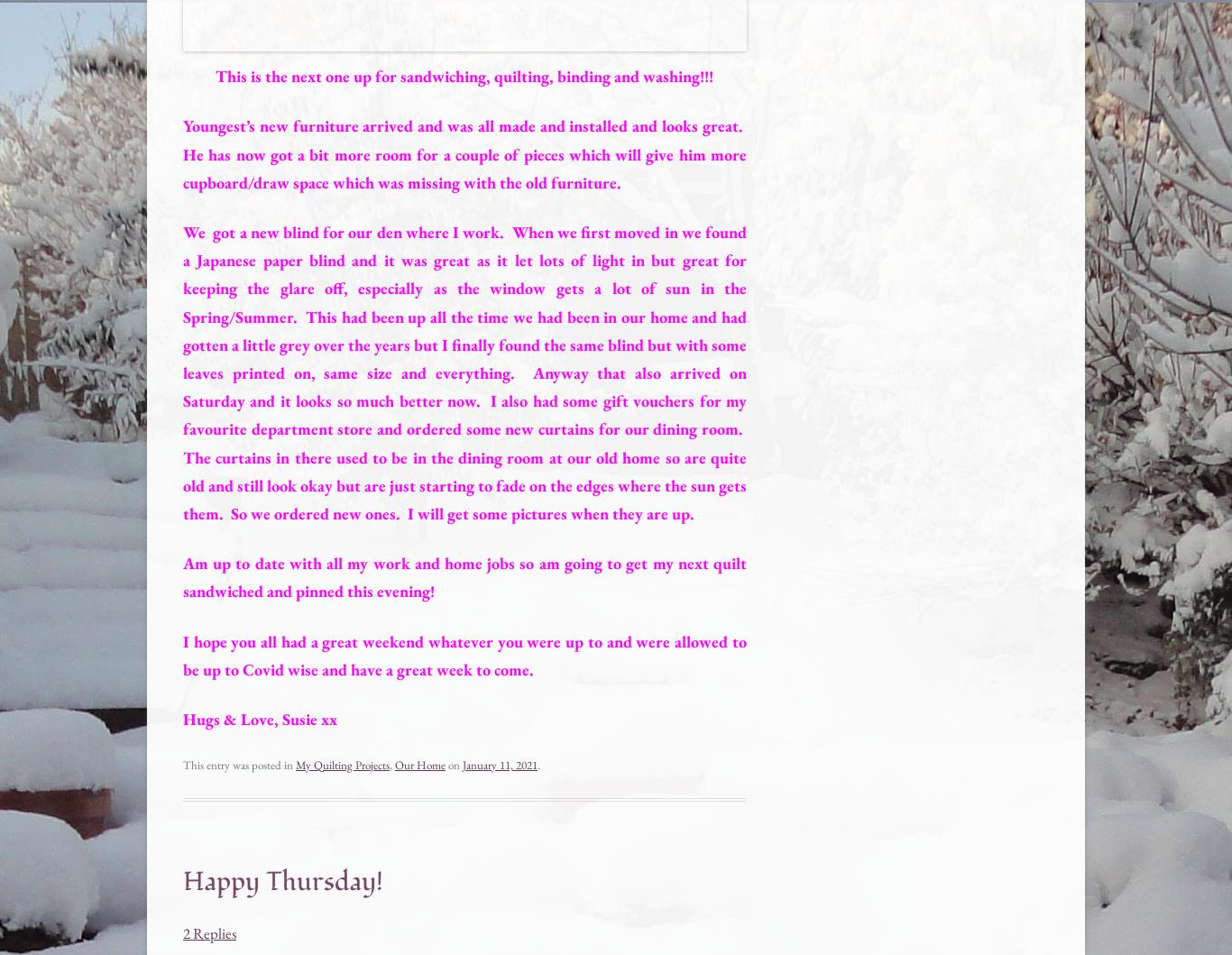  Describe the element at coordinates (464, 372) in the screenshot. I see `'We  got a new blind for our den where I work.  When we first moved in we found a Japanese paper blind and it was great as it let lots of light in but great for keeping the glare off, especially as the window gets a lot of sun in the Spring/Summer.  This had been up all the time we had been in our home and had gotten a little grey over the years but I finally found the same blind but with some leaves printed on, same size and everything.  Anyway that also arrived on Saturday and it looks so much better now.  I also had some gift vouchers for my favourite department store and ordered some new curtains for our dining room.  The curtains in there used to be in the dining room at our old home so are quite old and still look okay but are just starting to fade on the edges where the sun gets them.  So we ordered new ones.  I will get some pictures when they are up.'` at that location.